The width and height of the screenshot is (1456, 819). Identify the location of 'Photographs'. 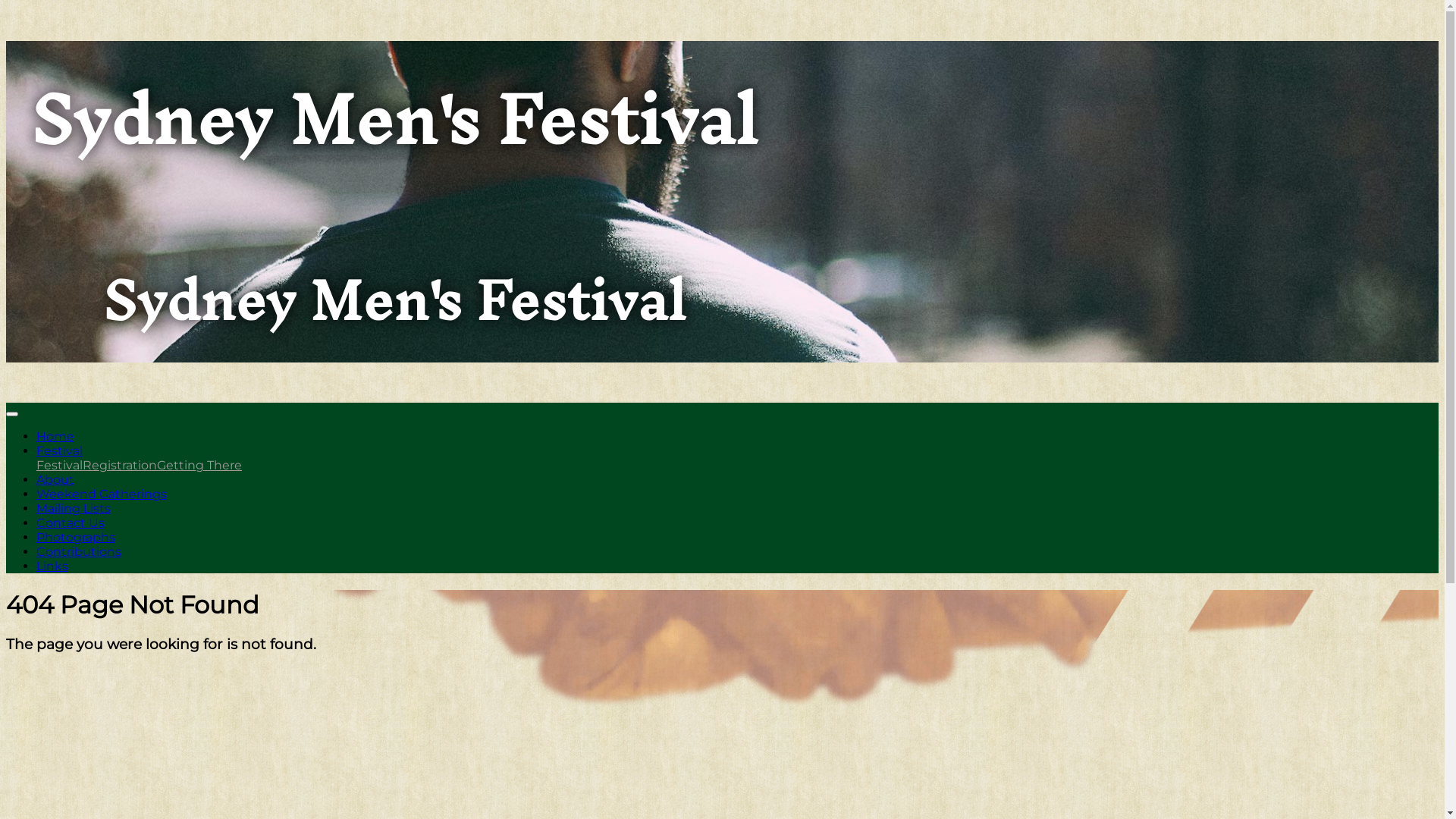
(75, 536).